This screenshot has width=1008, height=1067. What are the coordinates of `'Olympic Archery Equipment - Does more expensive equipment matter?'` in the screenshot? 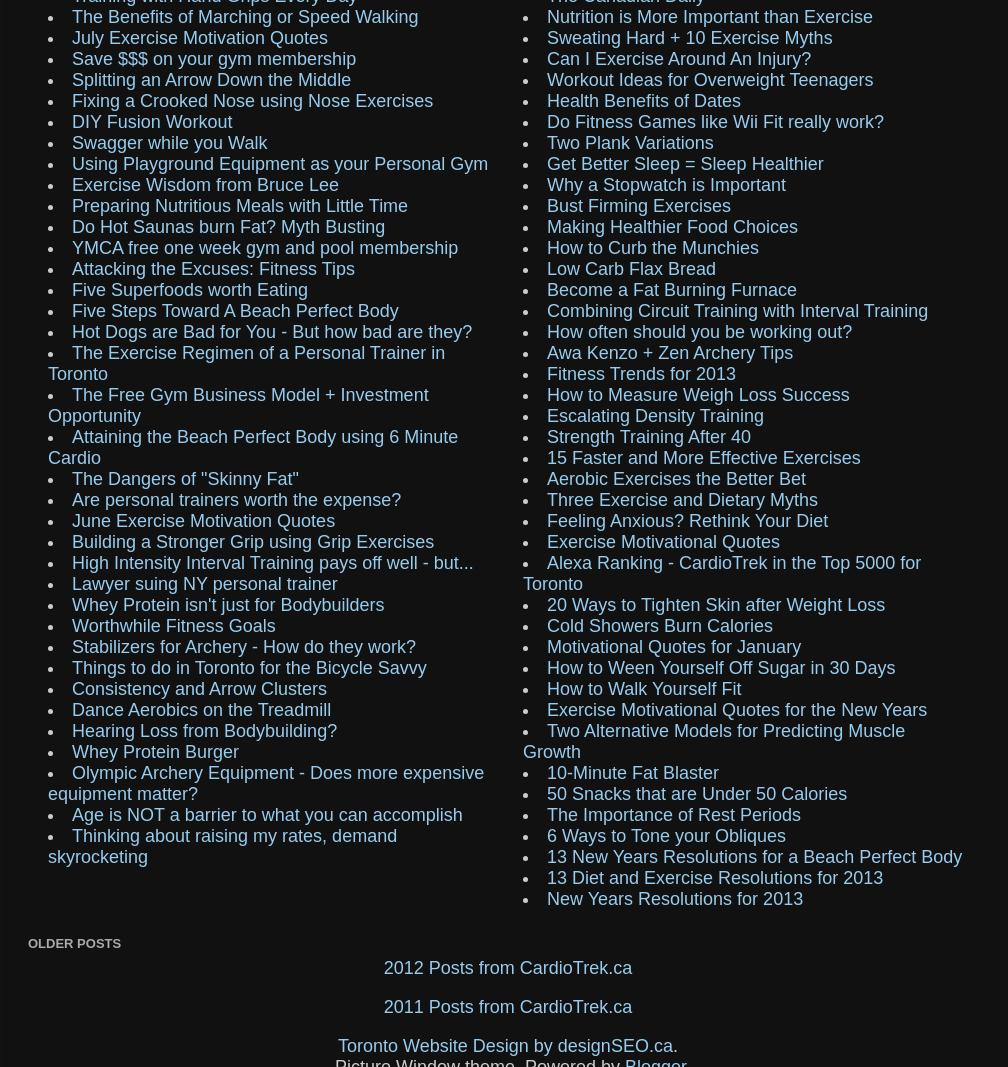 It's located at (47, 781).